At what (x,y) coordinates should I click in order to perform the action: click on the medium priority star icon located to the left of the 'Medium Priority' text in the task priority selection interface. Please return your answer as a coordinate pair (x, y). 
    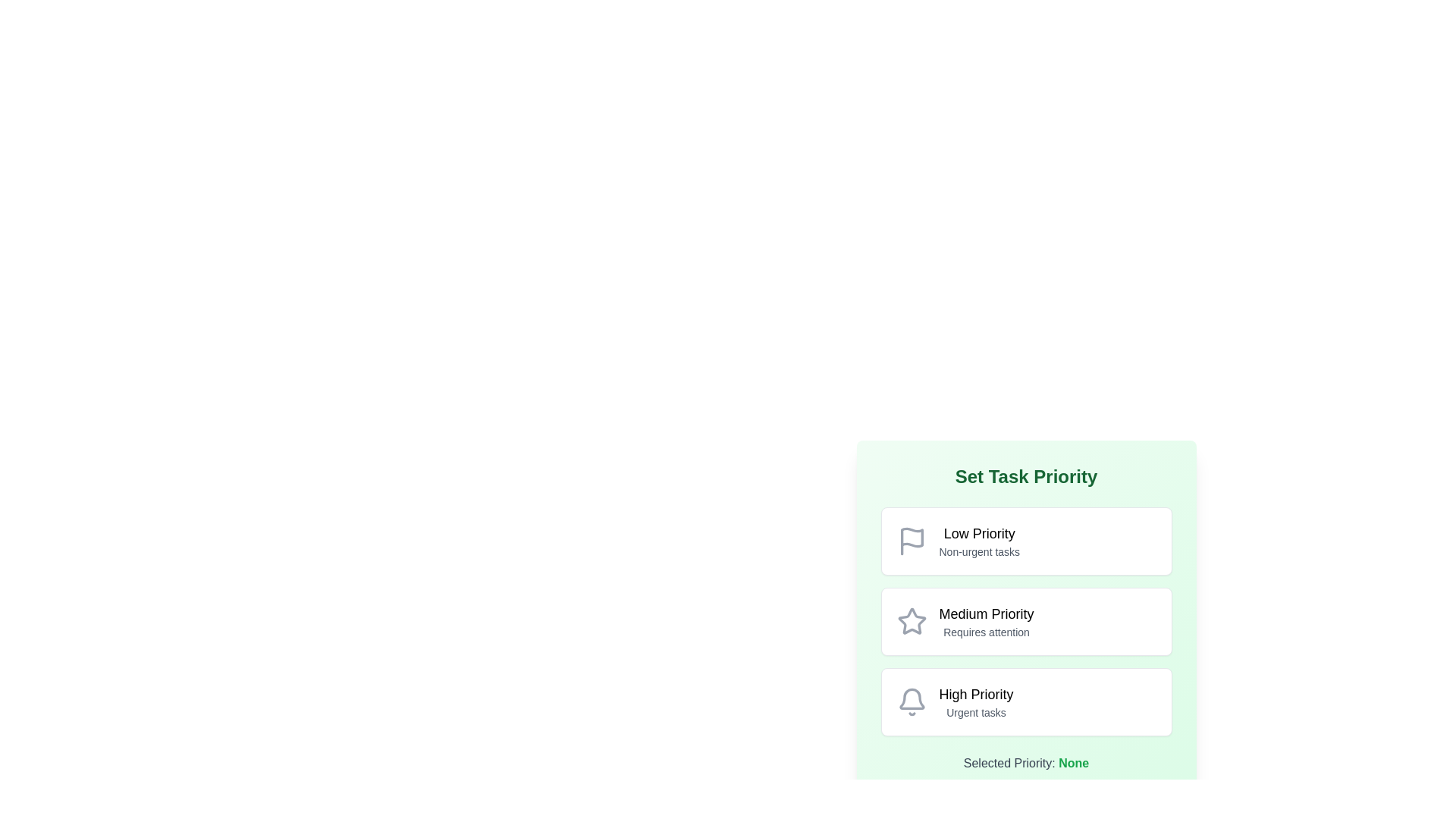
    Looking at the image, I should click on (911, 621).